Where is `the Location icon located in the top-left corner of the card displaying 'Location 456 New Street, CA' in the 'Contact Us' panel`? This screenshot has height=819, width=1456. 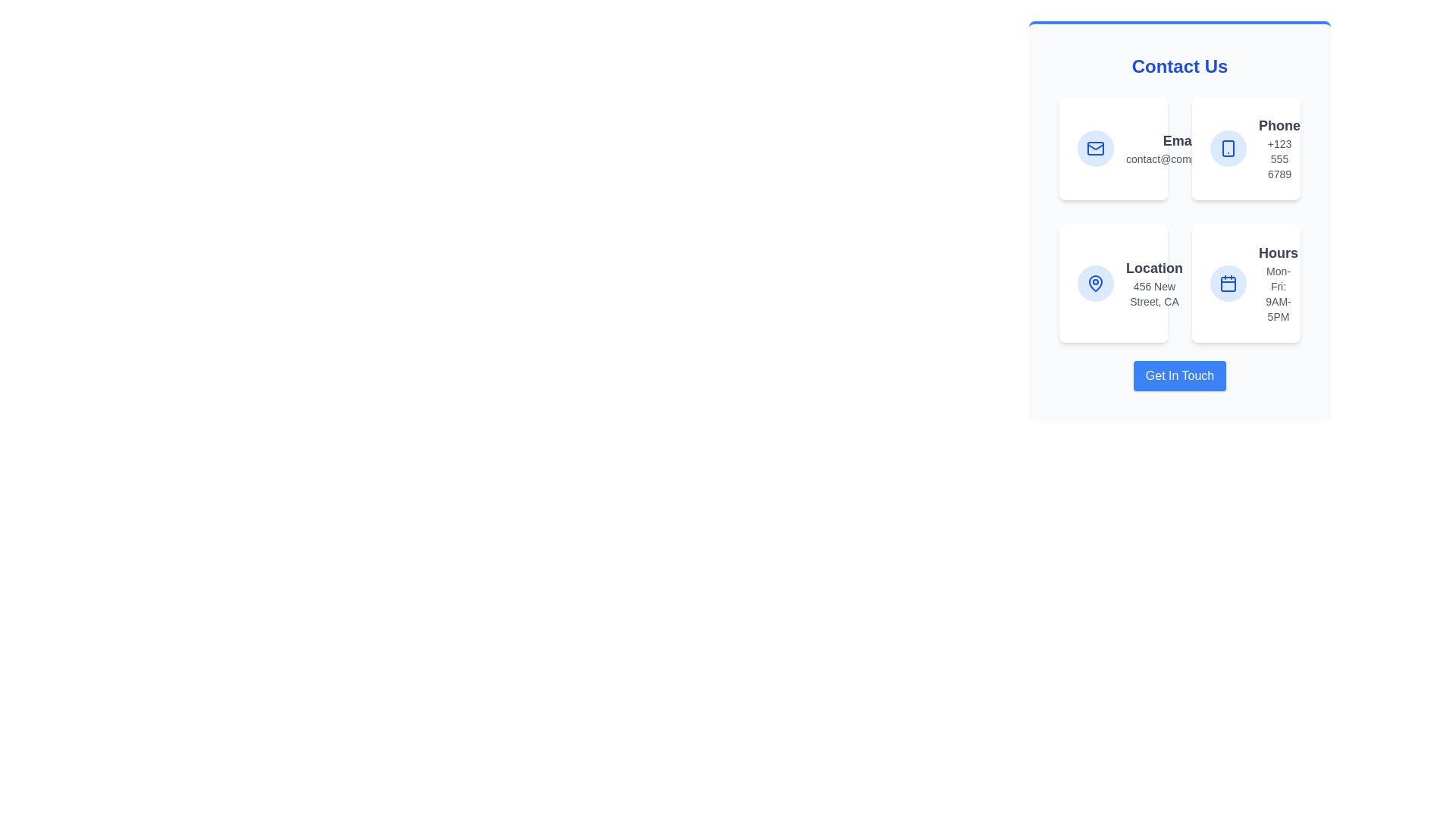
the Location icon located in the top-left corner of the card displaying 'Location 456 New Street, CA' in the 'Contact Us' panel is located at coordinates (1095, 284).